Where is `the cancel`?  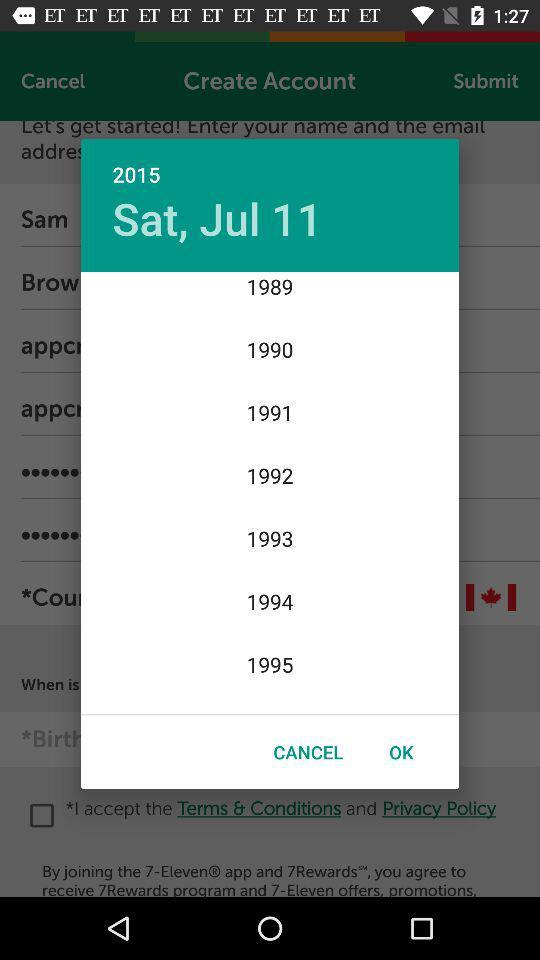
the cancel is located at coordinates (308, 751).